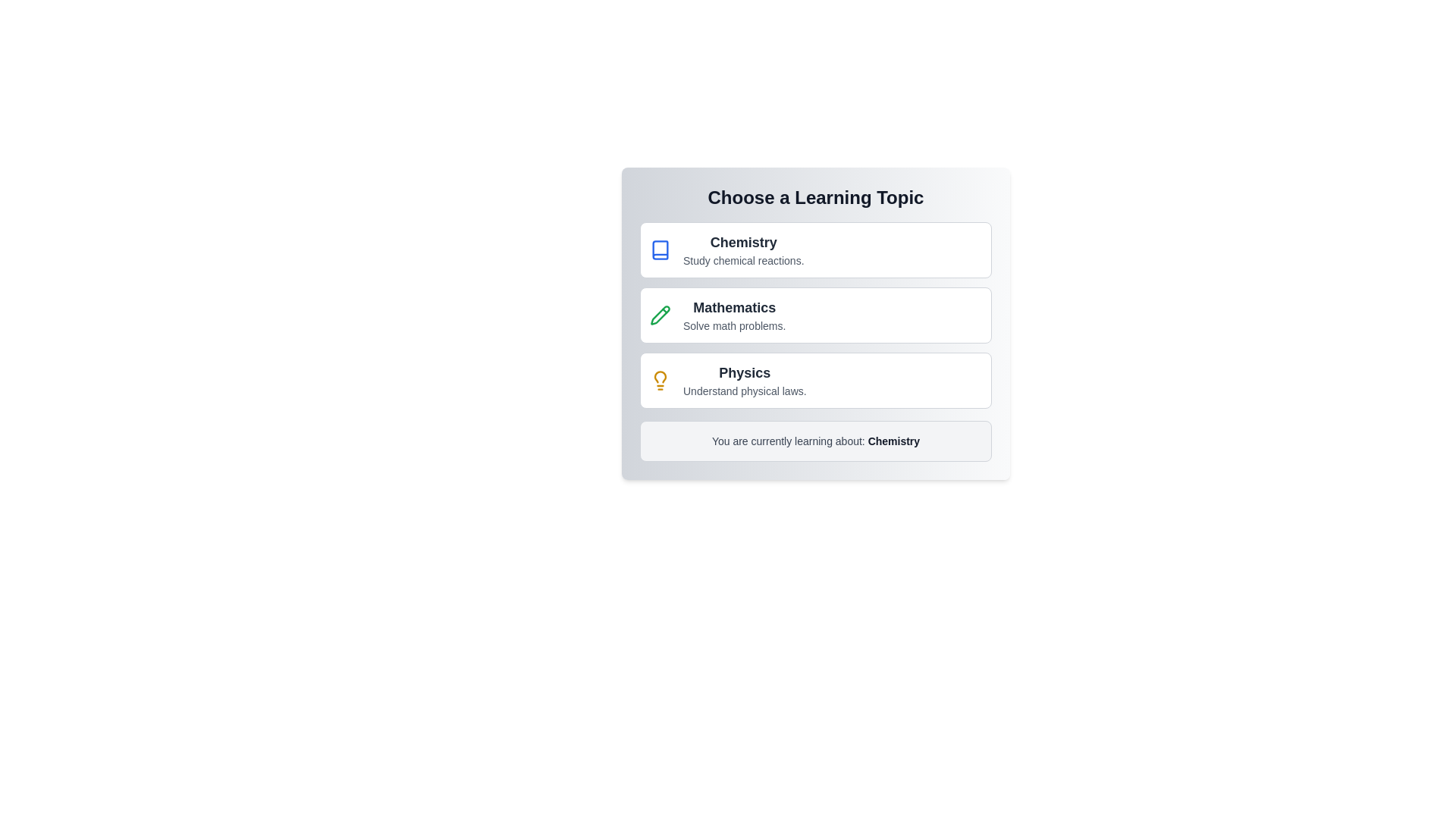 The image size is (1456, 819). I want to click on the yellow lightbulb icon, which is positioned to the left of the 'Physics' title text within the 'Physics' option card, so click(660, 379).